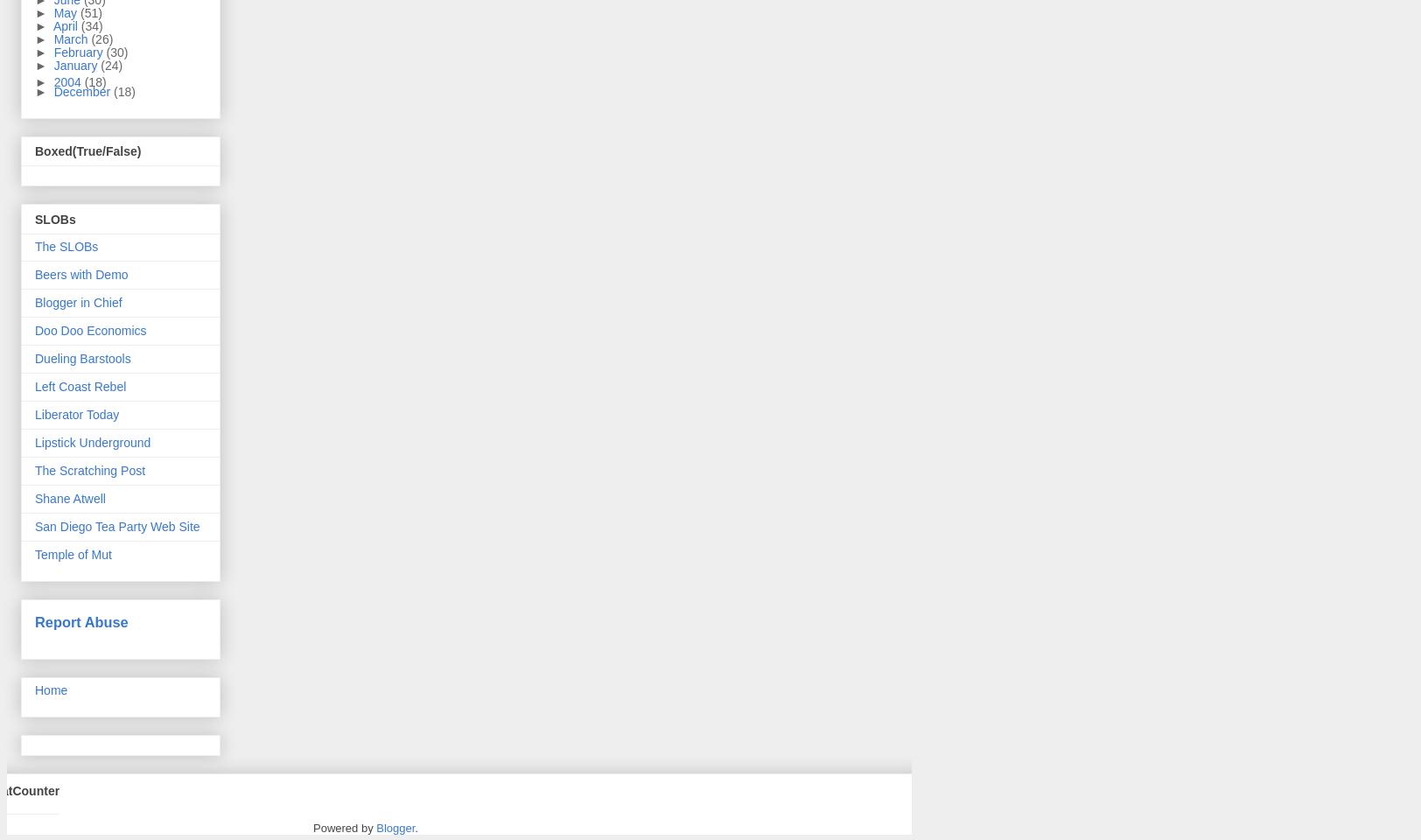 This screenshot has height=840, width=1421. What do you see at coordinates (90, 328) in the screenshot?
I see `'Doo Doo Economics'` at bounding box center [90, 328].